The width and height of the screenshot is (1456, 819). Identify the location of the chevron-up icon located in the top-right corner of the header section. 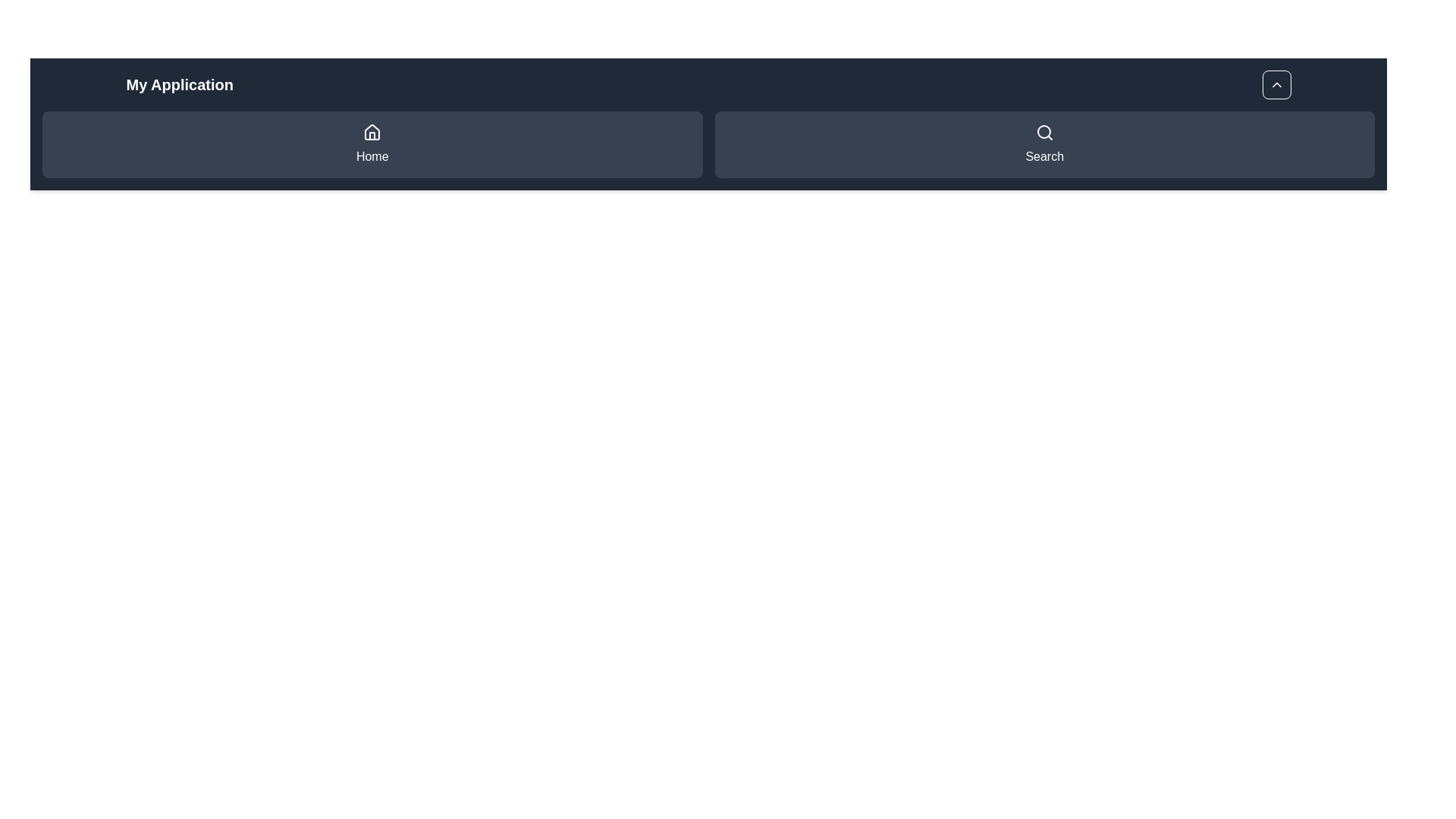
(1276, 84).